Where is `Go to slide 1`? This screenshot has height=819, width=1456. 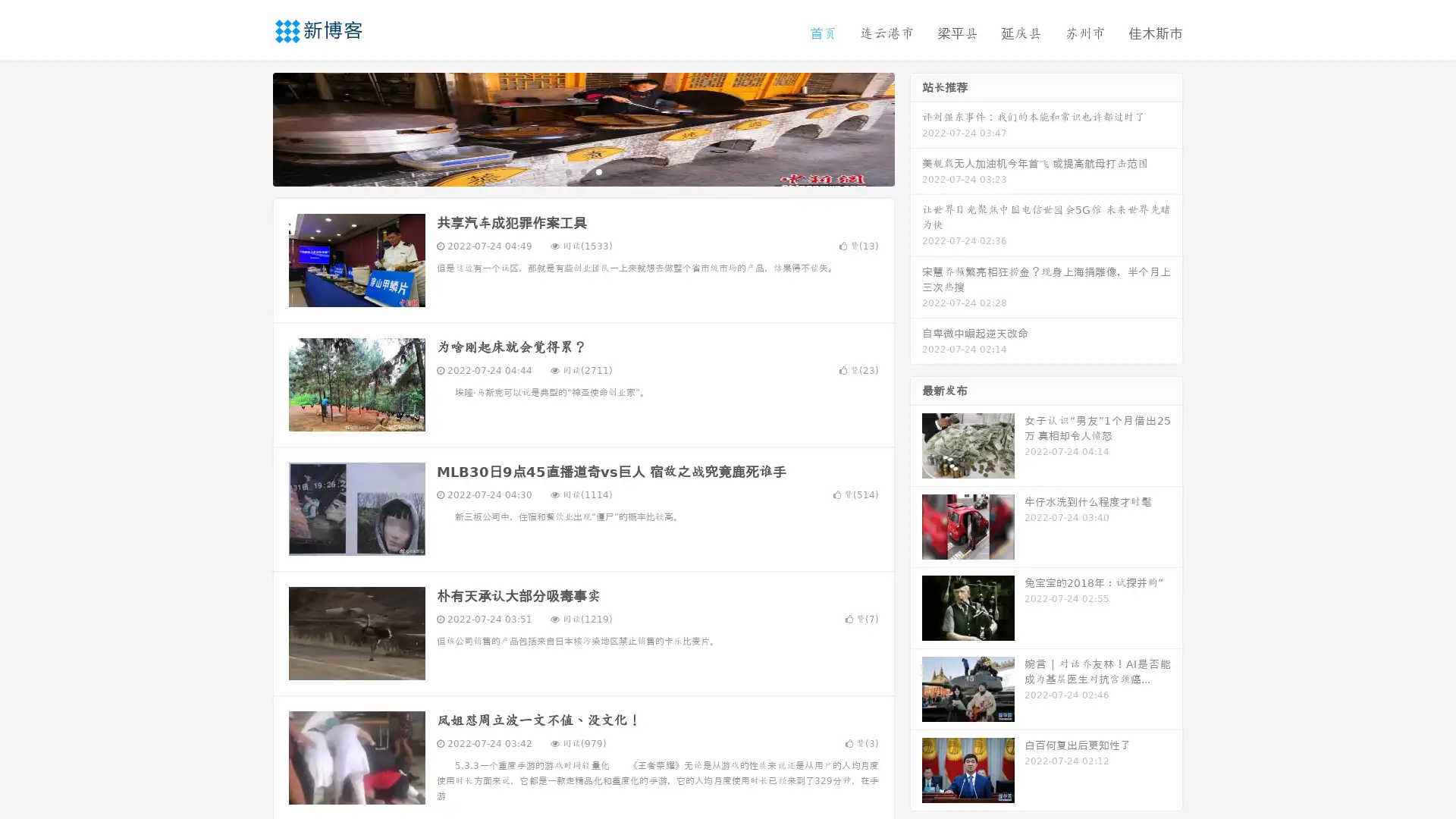 Go to slide 1 is located at coordinates (567, 171).